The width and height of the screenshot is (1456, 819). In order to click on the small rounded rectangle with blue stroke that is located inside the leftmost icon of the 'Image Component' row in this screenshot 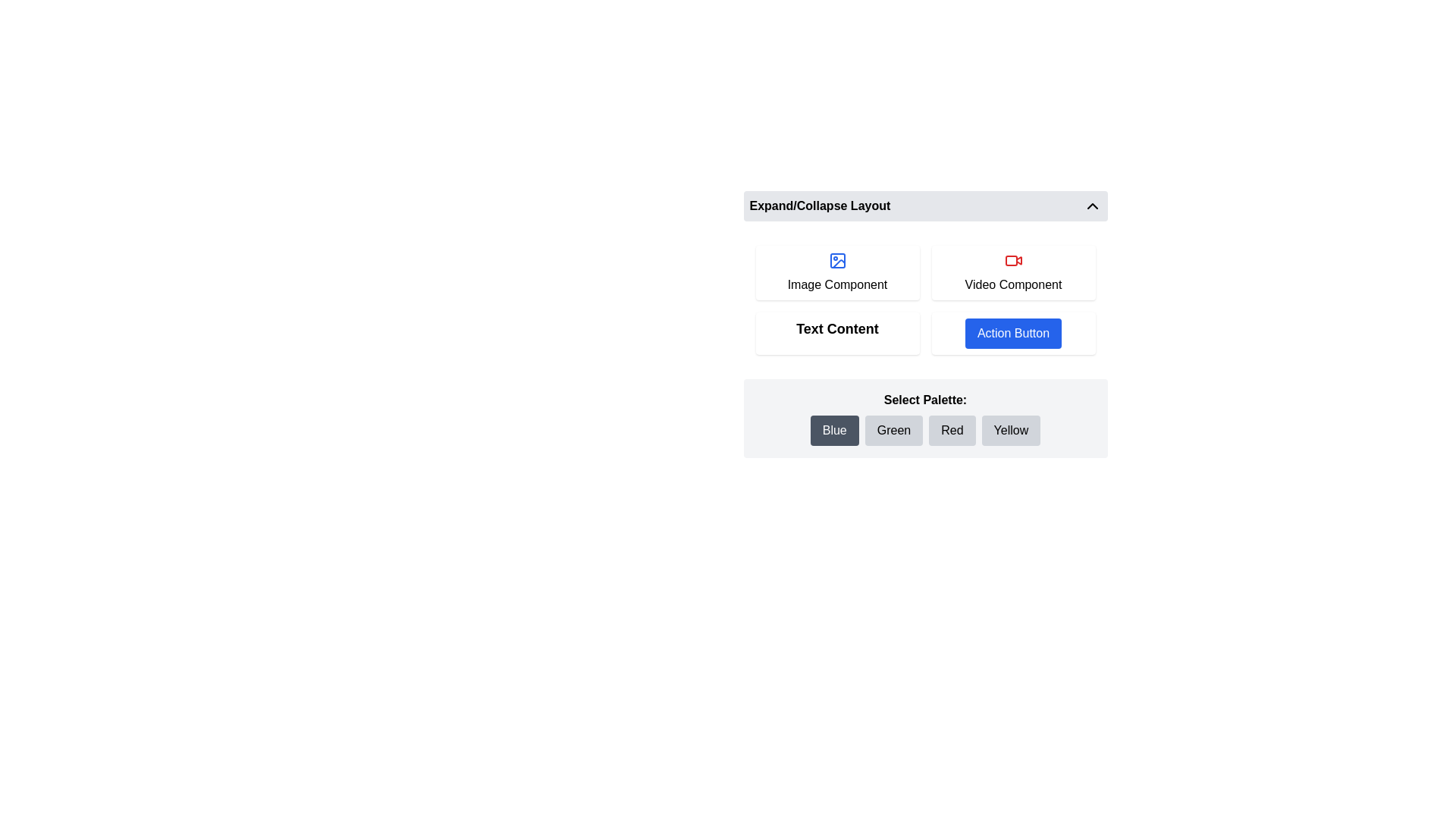, I will do `click(836, 259)`.